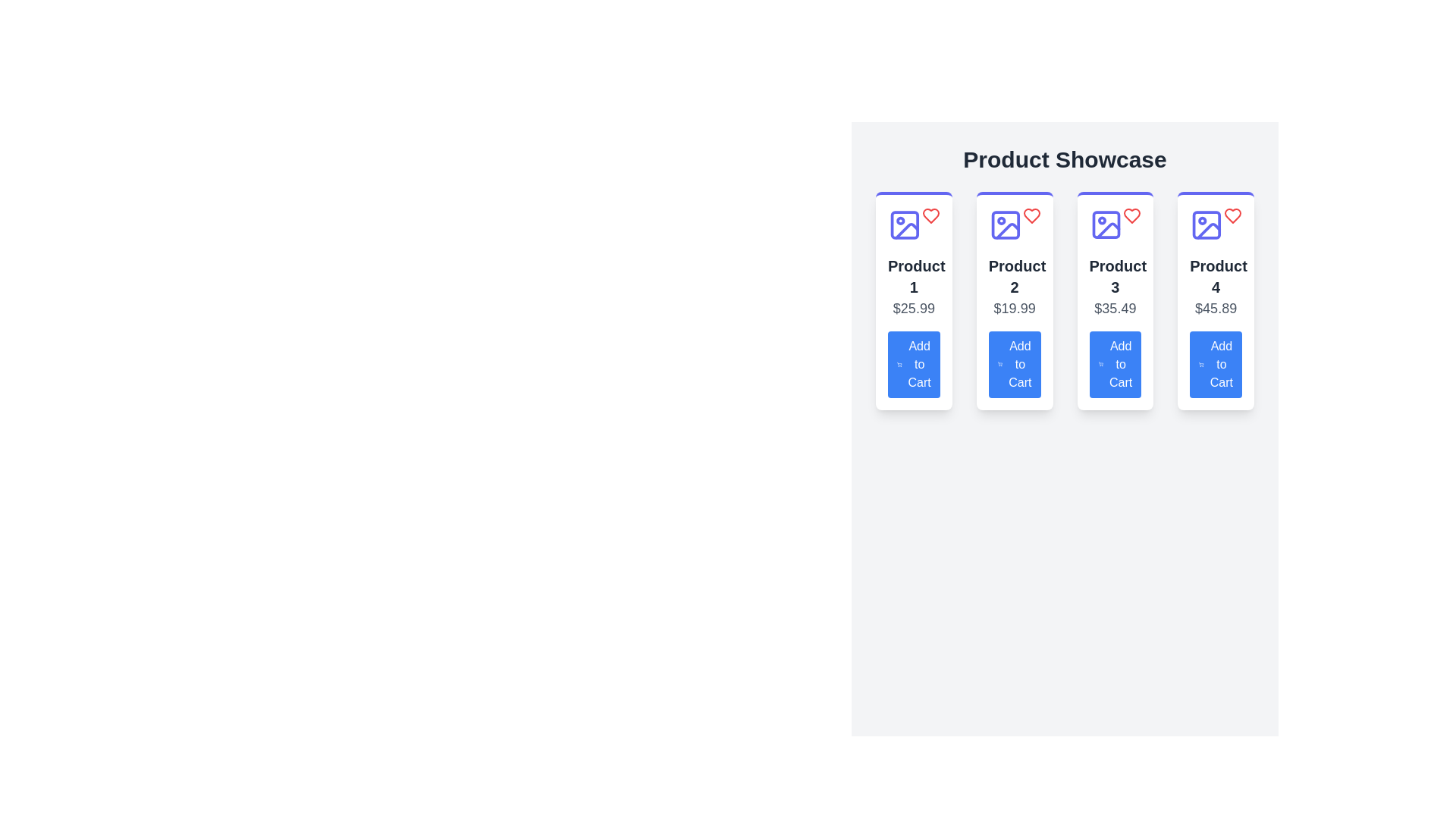  Describe the element at coordinates (1106, 225) in the screenshot. I see `the static icon representing 'Product 3' located in the top-left region of the 'Product 3' card, which is the third card in the horizontal 'Product Showcase' grid` at that location.